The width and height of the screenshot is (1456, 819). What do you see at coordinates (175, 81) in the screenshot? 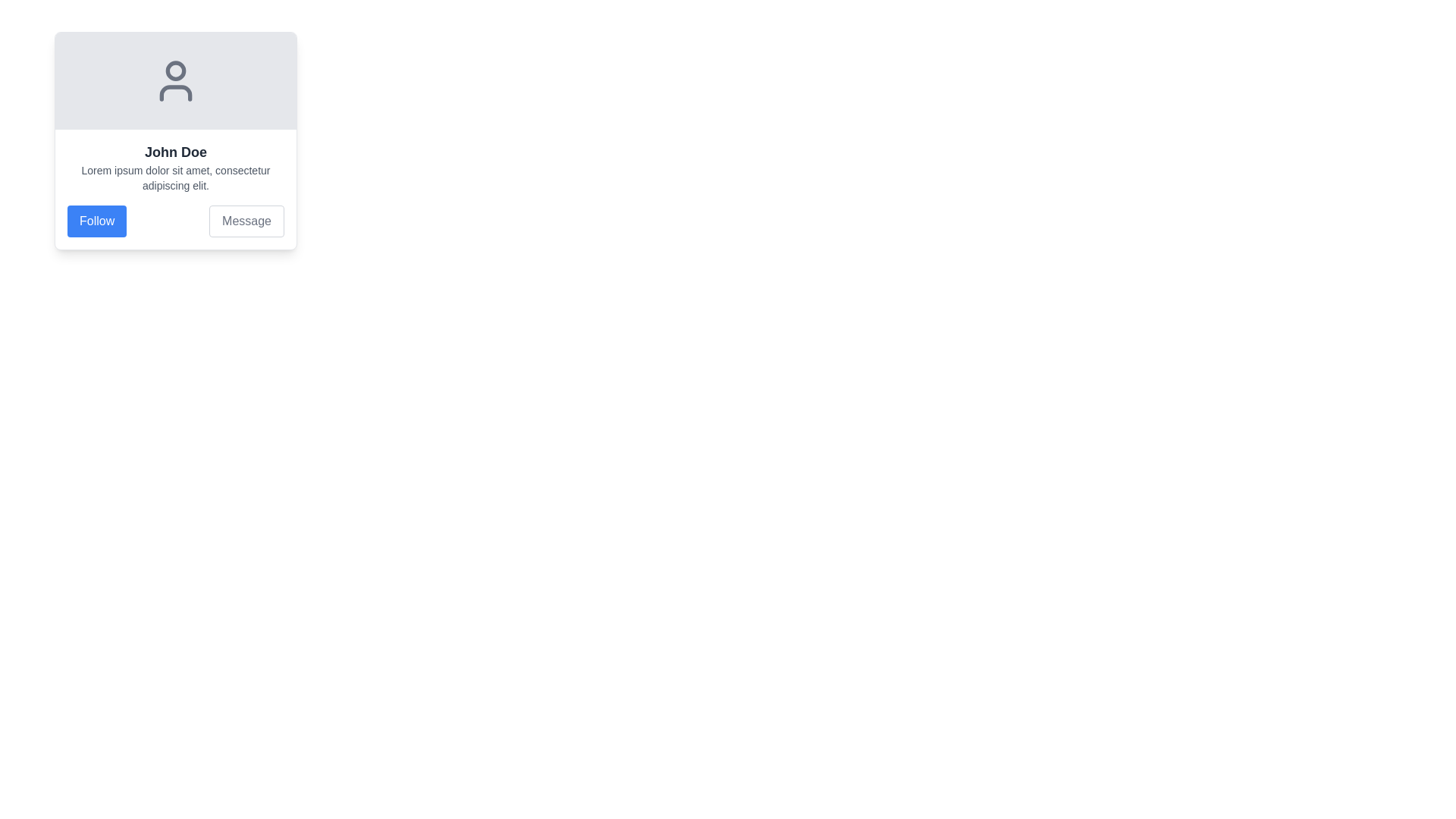
I see `the gray rectangular section at the top of the card layout that contains the centered user icon` at bounding box center [175, 81].